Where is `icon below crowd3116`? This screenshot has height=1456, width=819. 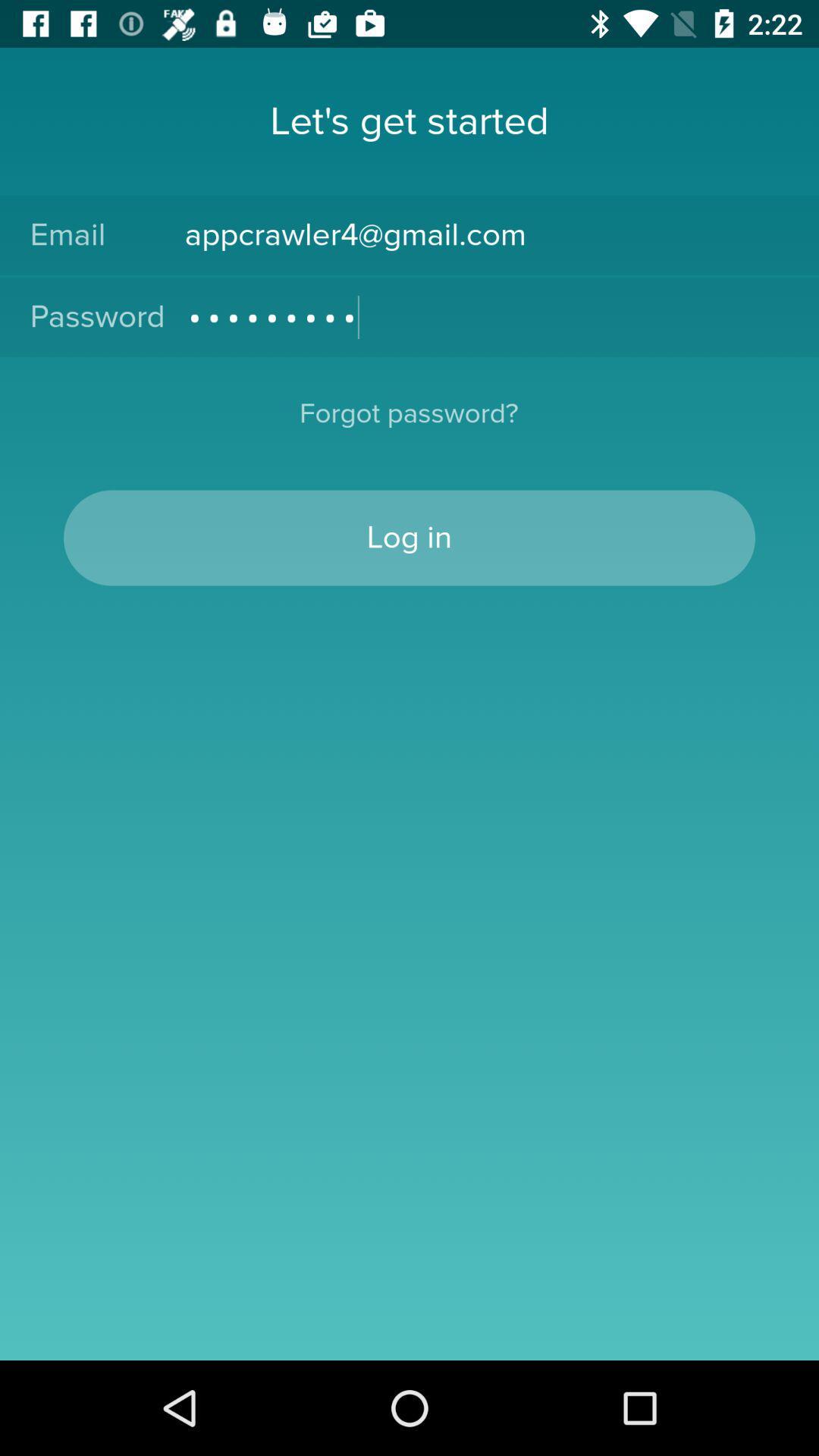
icon below crowd3116 is located at coordinates (408, 423).